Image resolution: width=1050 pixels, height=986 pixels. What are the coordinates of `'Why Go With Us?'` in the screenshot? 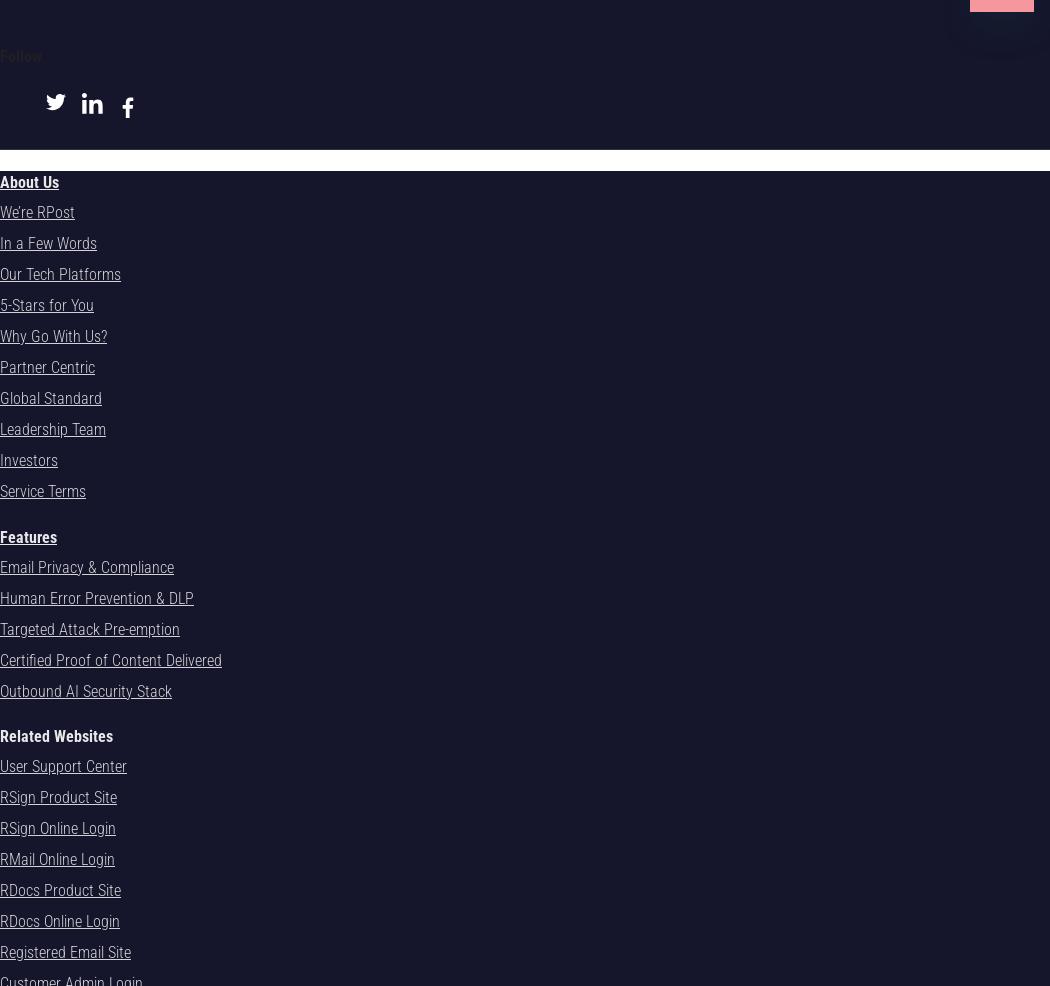 It's located at (52, 335).